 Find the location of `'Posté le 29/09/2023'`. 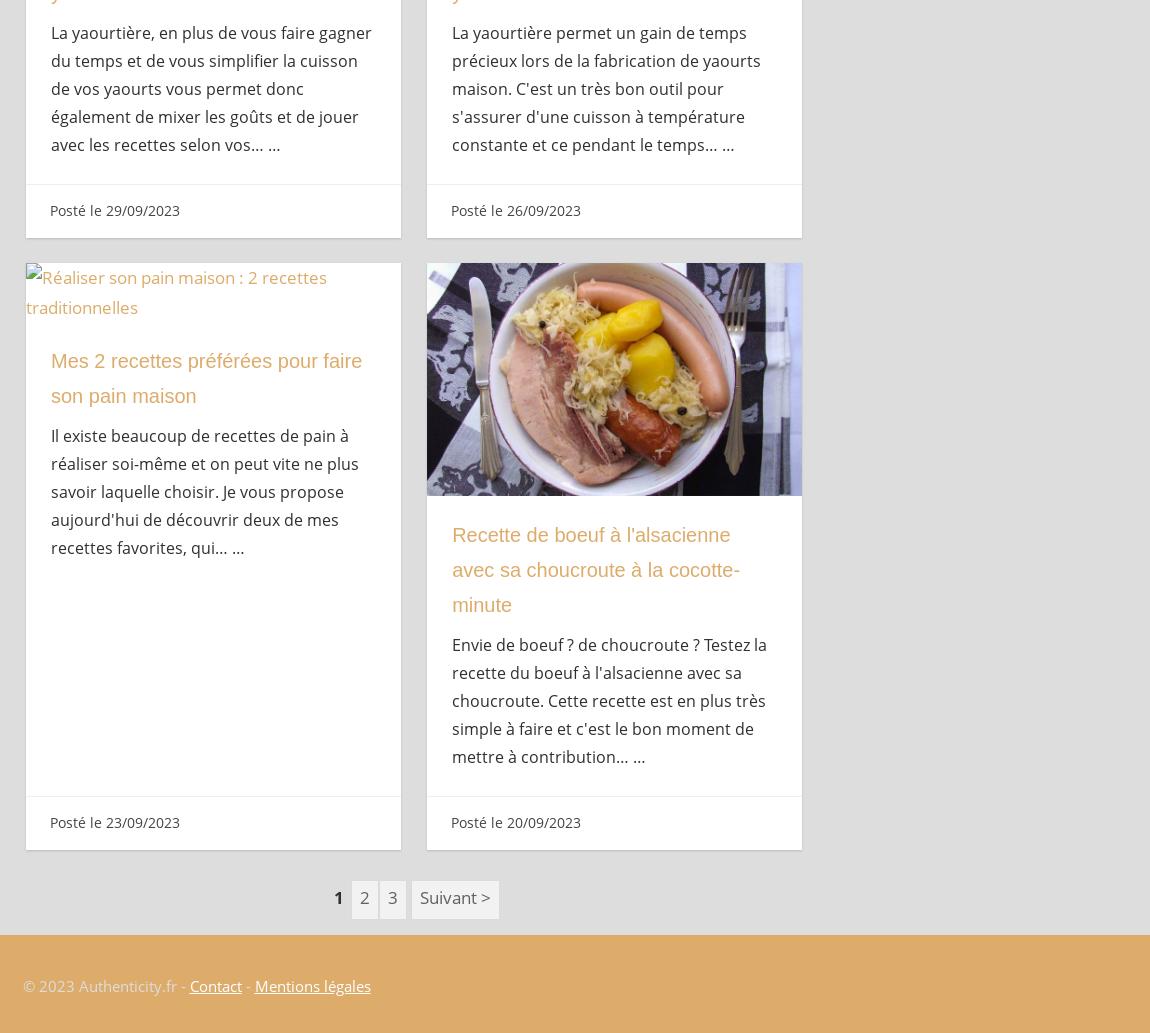

'Posté le 29/09/2023' is located at coordinates (112, 209).